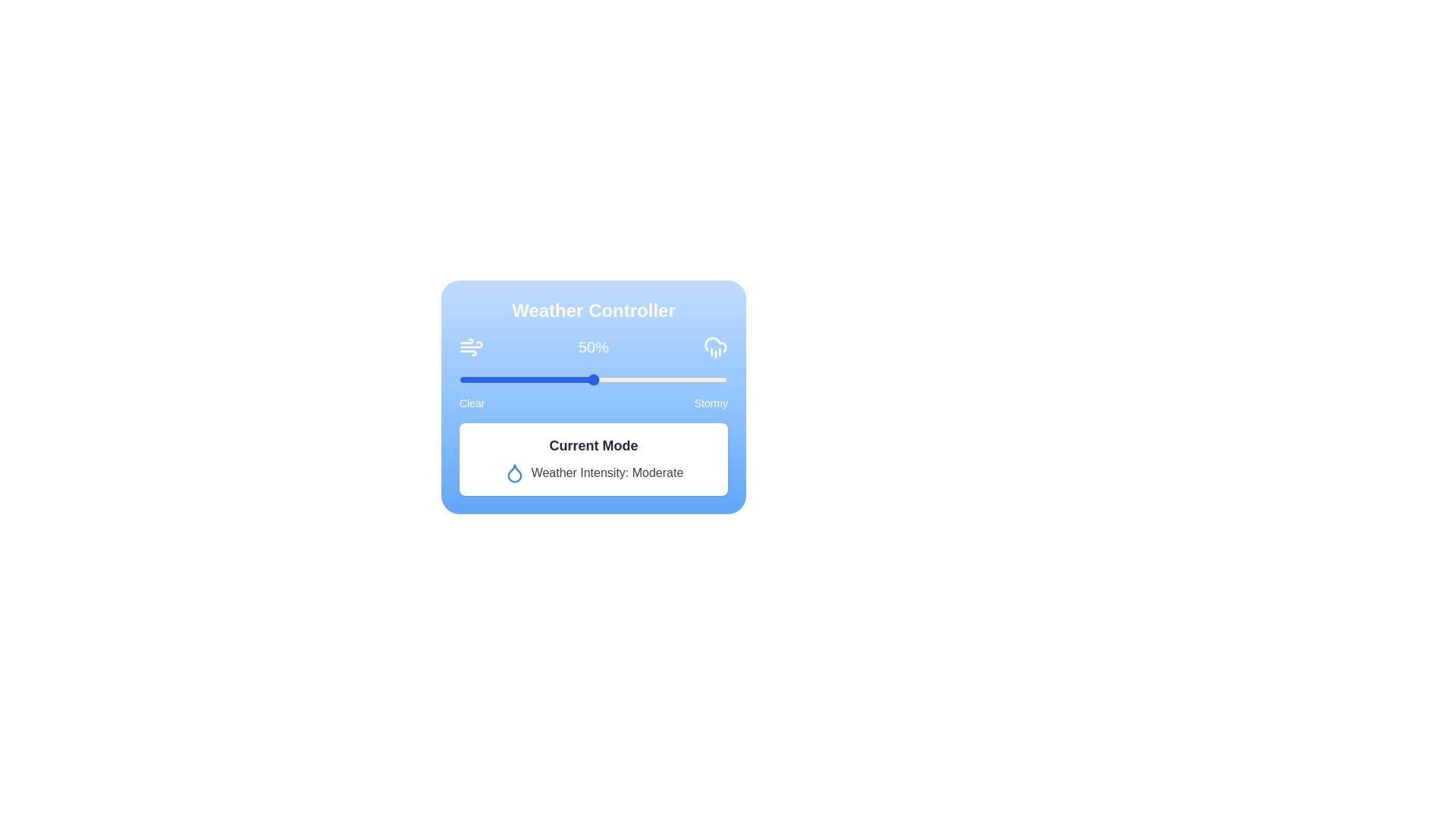 The image size is (1456, 819). What do you see at coordinates (711, 379) in the screenshot?
I see `the slider to set the weather intensity to 94%` at bounding box center [711, 379].